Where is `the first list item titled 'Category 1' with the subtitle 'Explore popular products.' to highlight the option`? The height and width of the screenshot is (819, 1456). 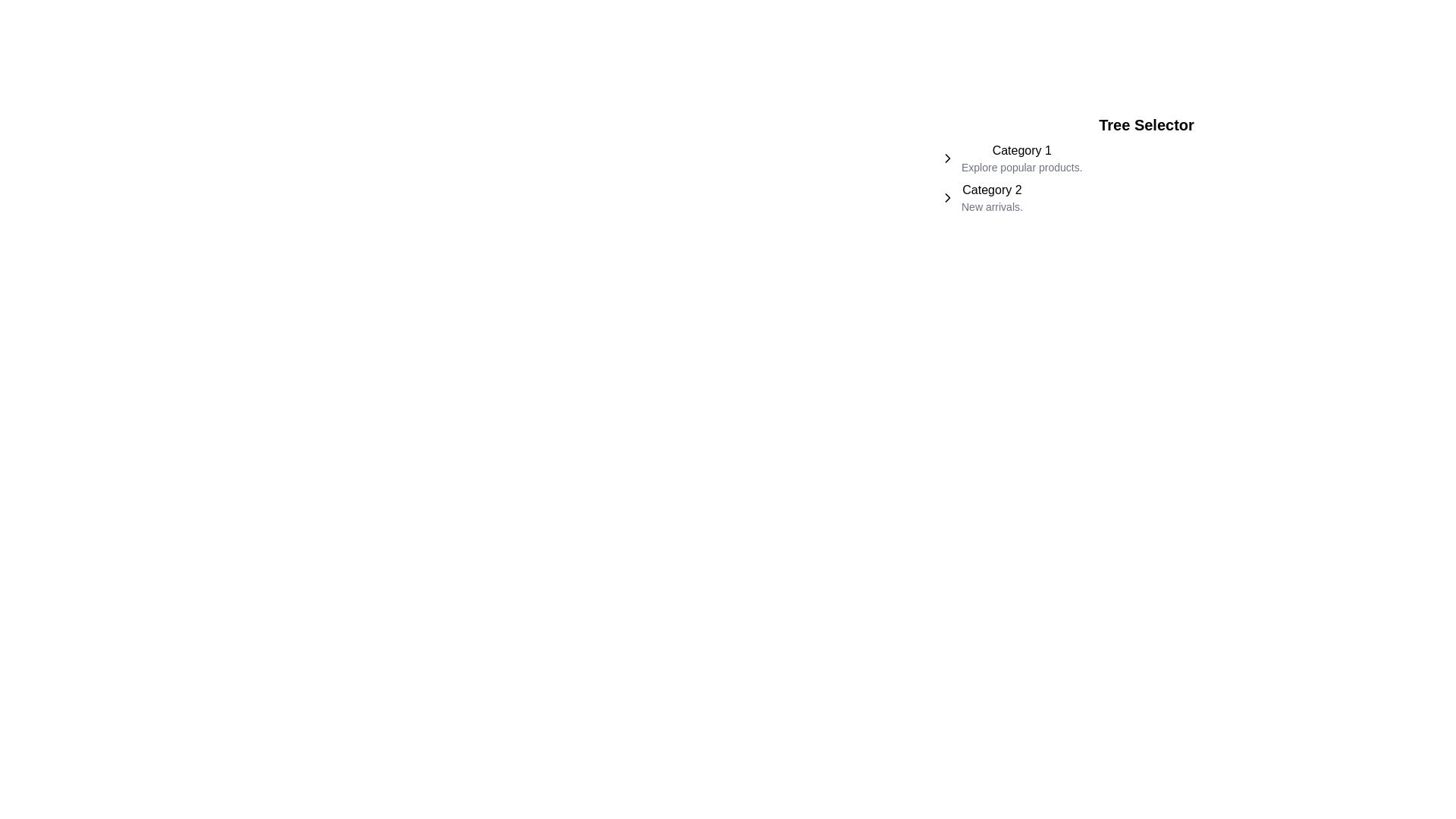
the first list item titled 'Category 1' with the subtitle 'Explore popular products.' to highlight the option is located at coordinates (1021, 158).